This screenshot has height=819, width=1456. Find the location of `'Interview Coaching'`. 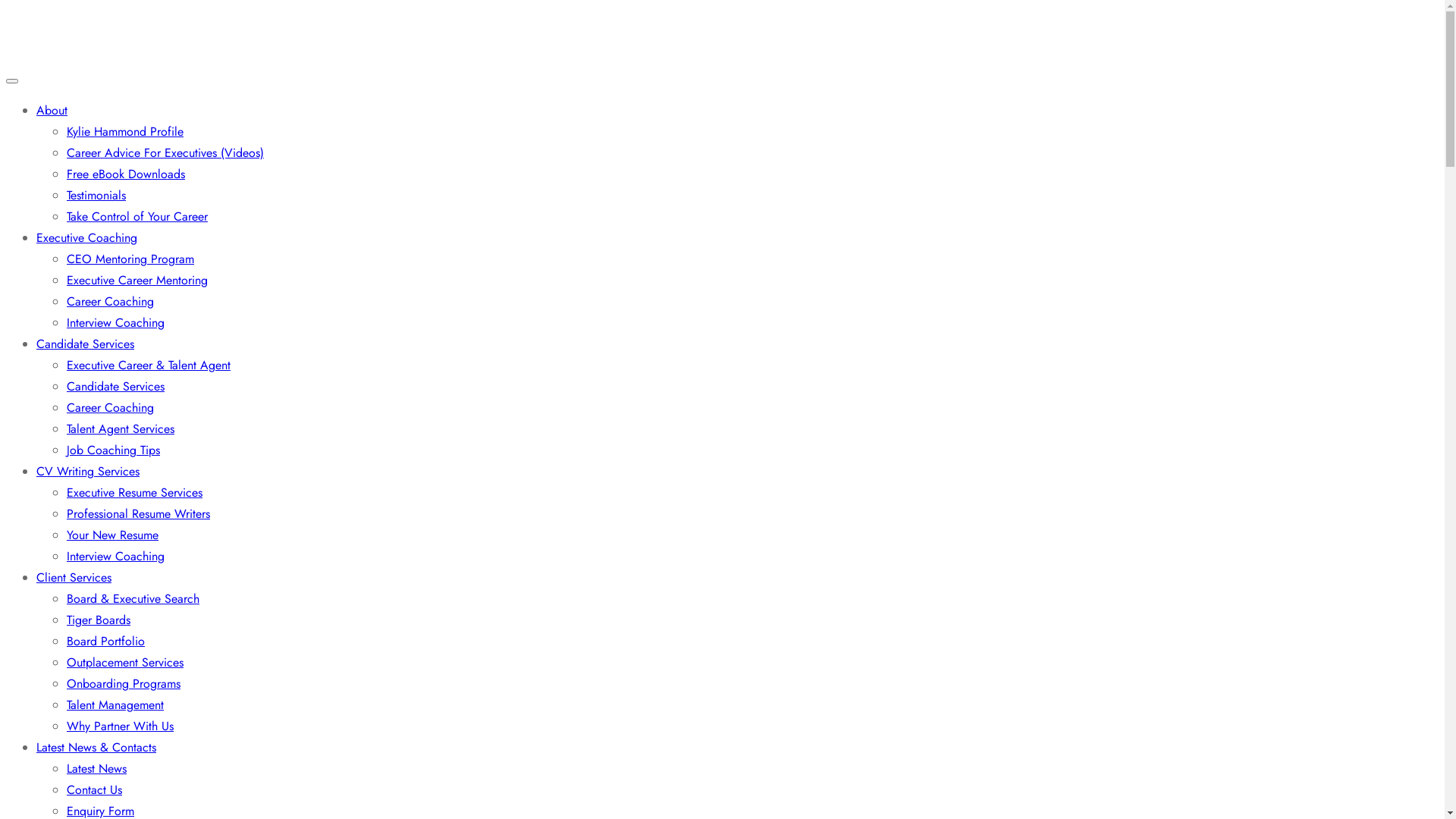

'Interview Coaching' is located at coordinates (115, 322).